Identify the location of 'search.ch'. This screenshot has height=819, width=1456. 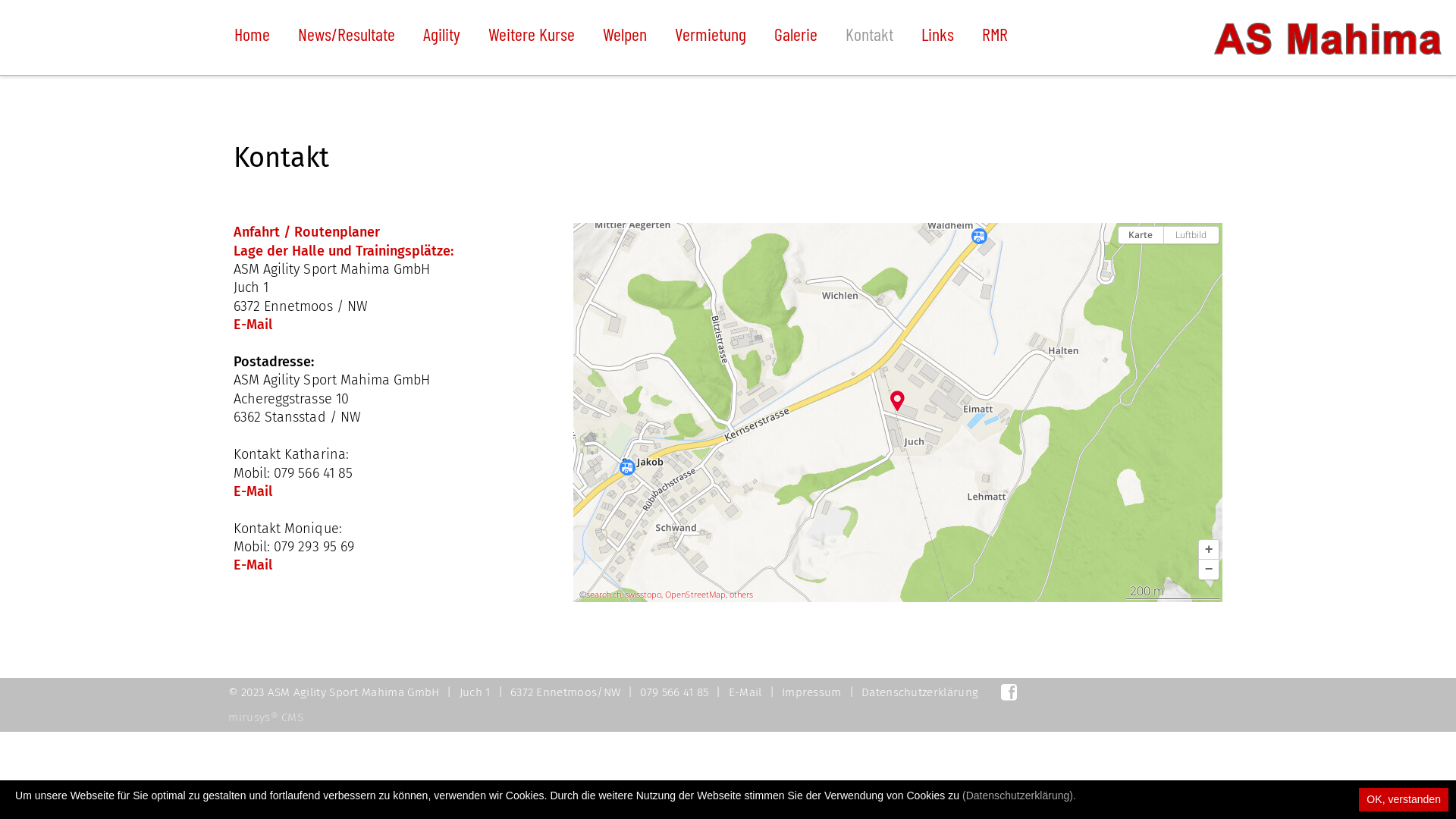
(585, 593).